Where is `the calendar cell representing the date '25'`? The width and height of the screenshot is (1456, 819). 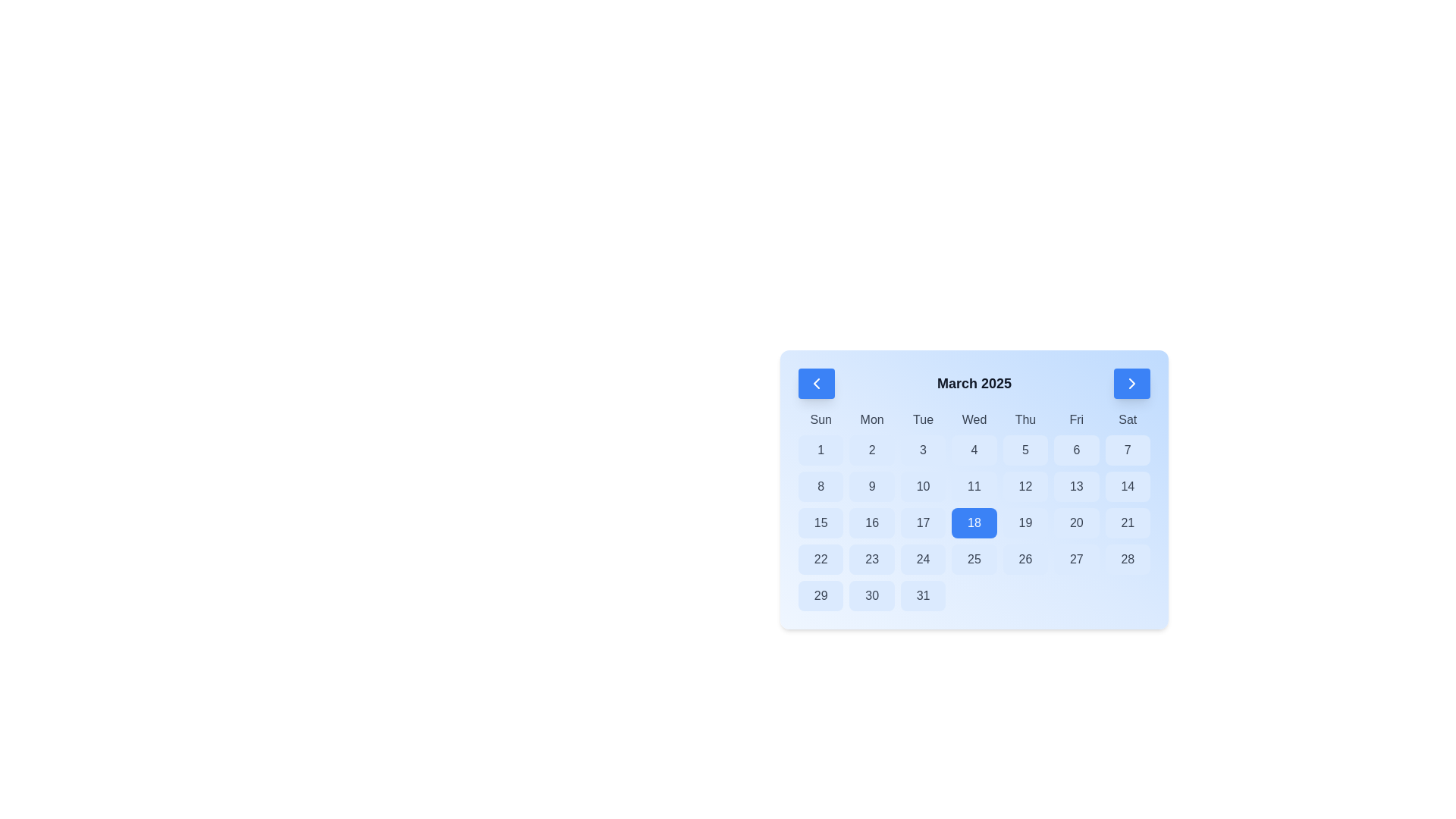
the calendar cell representing the date '25' is located at coordinates (973, 559).